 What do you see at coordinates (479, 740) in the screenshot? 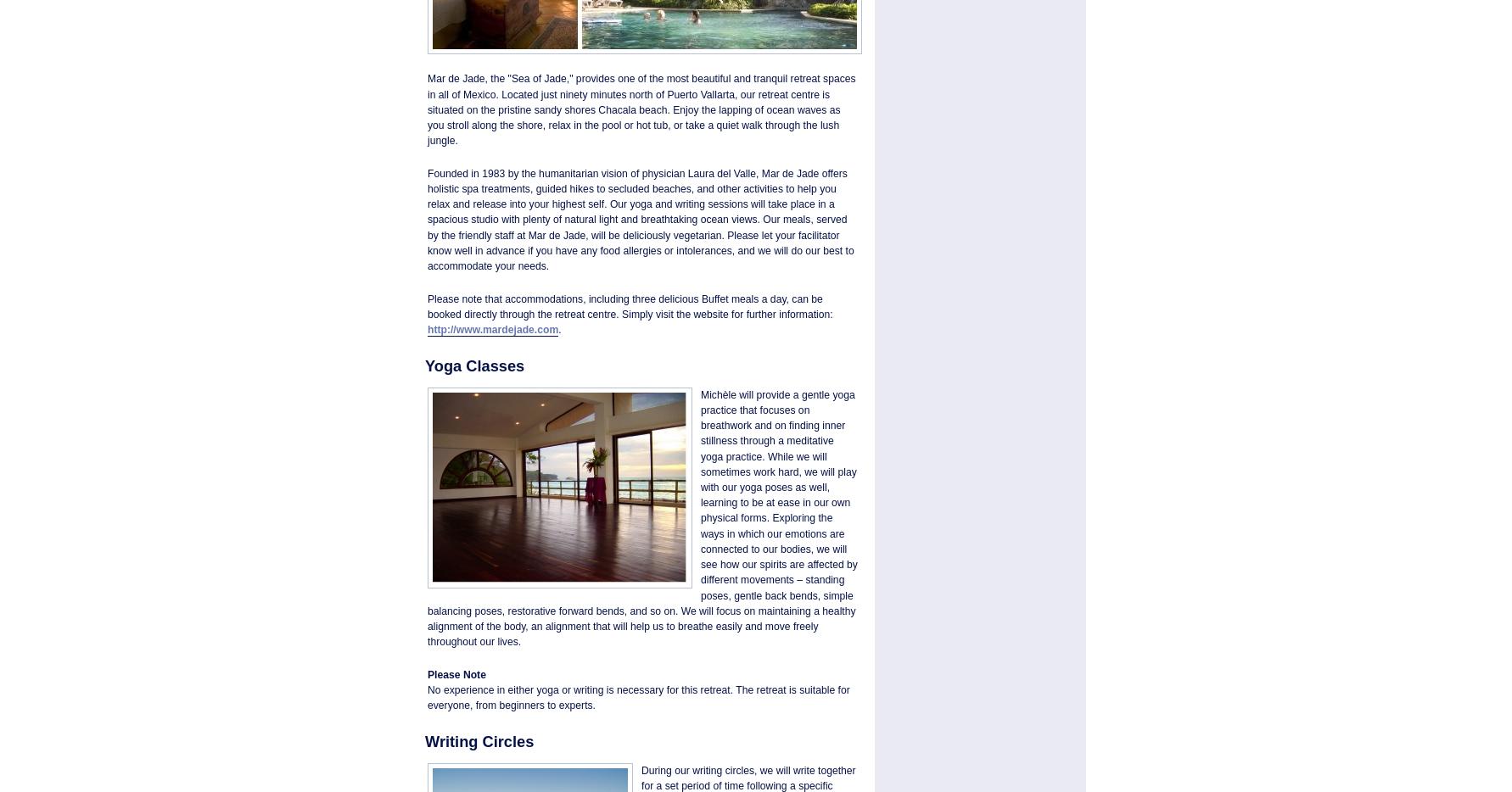
I see `'Writing Circles'` at bounding box center [479, 740].